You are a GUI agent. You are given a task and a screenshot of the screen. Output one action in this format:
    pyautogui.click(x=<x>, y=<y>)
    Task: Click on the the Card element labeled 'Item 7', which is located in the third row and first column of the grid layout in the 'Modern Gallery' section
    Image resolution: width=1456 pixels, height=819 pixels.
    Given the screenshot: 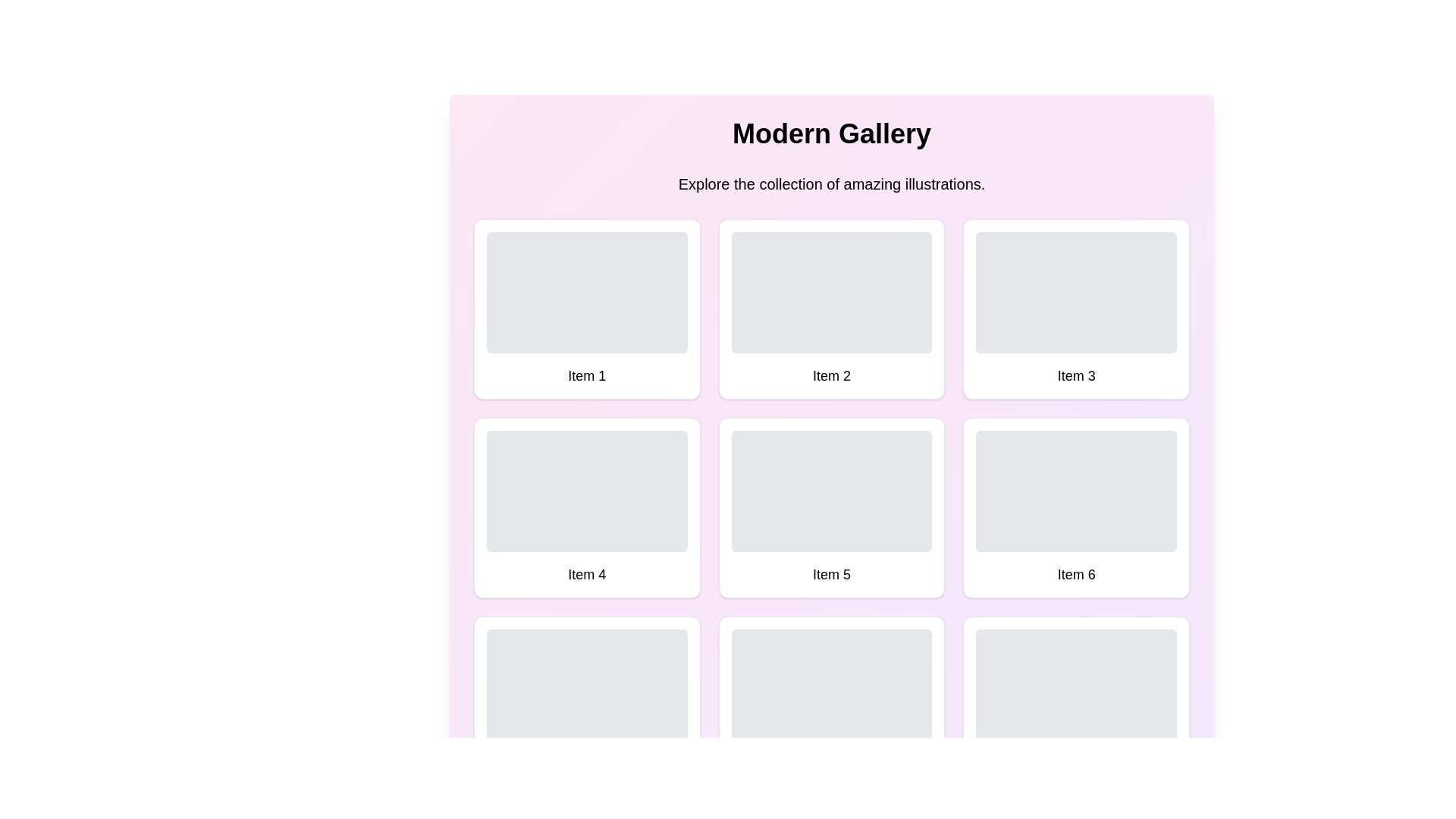 What is the action you would take?
    pyautogui.click(x=586, y=707)
    